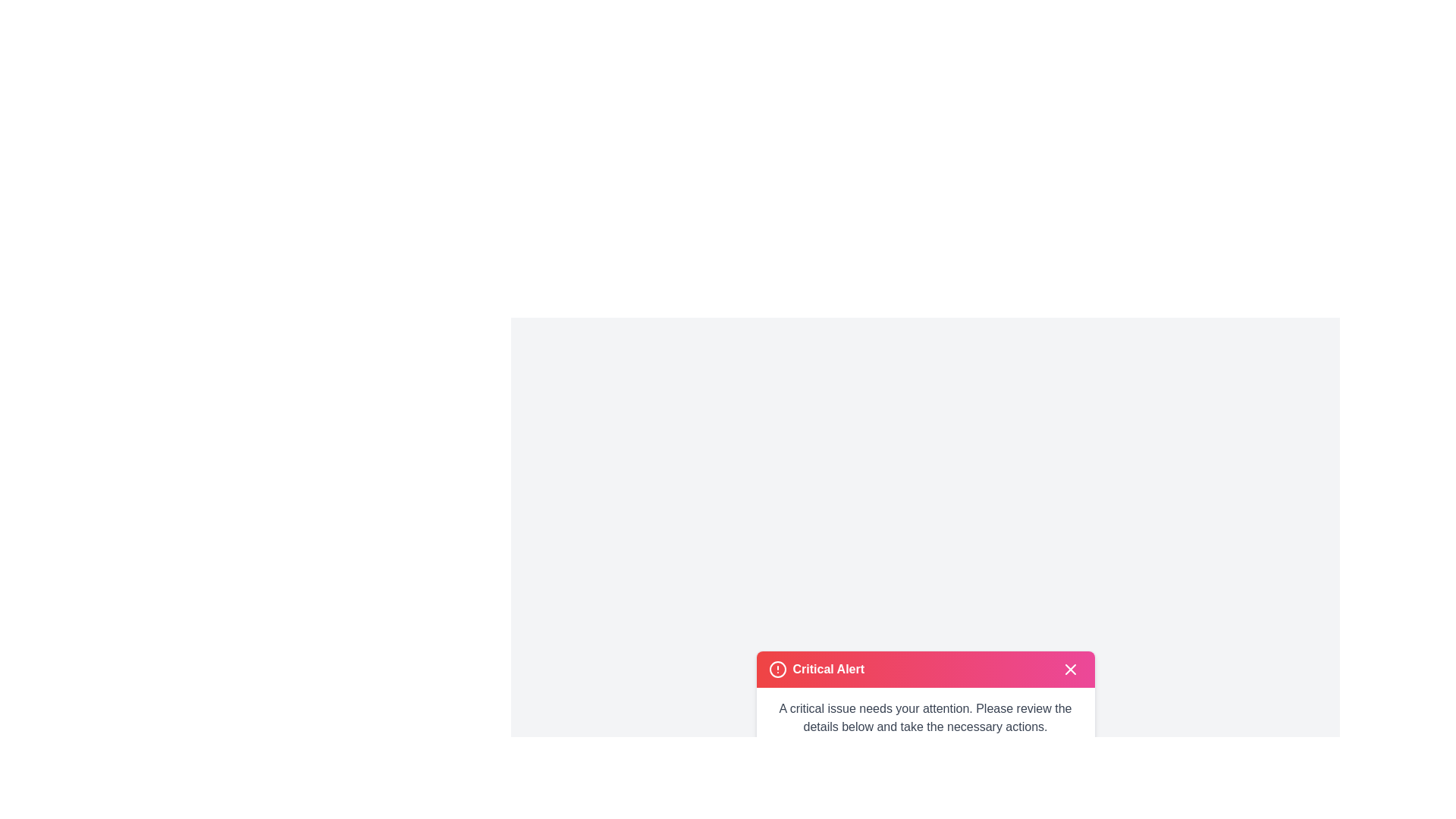  Describe the element at coordinates (924, 717) in the screenshot. I see `static text content that states: 'A critical issue needs your attention. Please review the details below and take the necessary actions.' This text is located within a notification card below the 'Critical Alert' title` at that location.